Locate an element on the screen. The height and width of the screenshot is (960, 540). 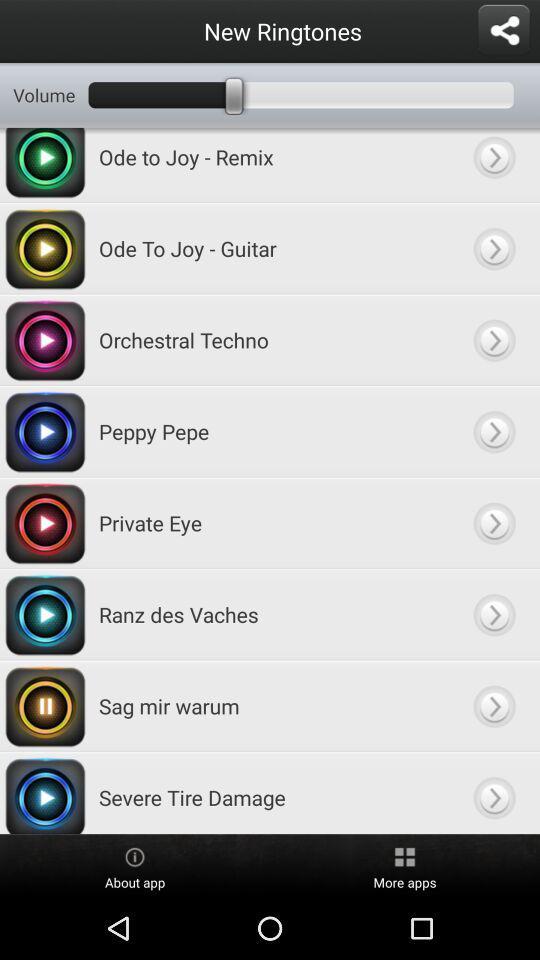
back is located at coordinates (493, 706).